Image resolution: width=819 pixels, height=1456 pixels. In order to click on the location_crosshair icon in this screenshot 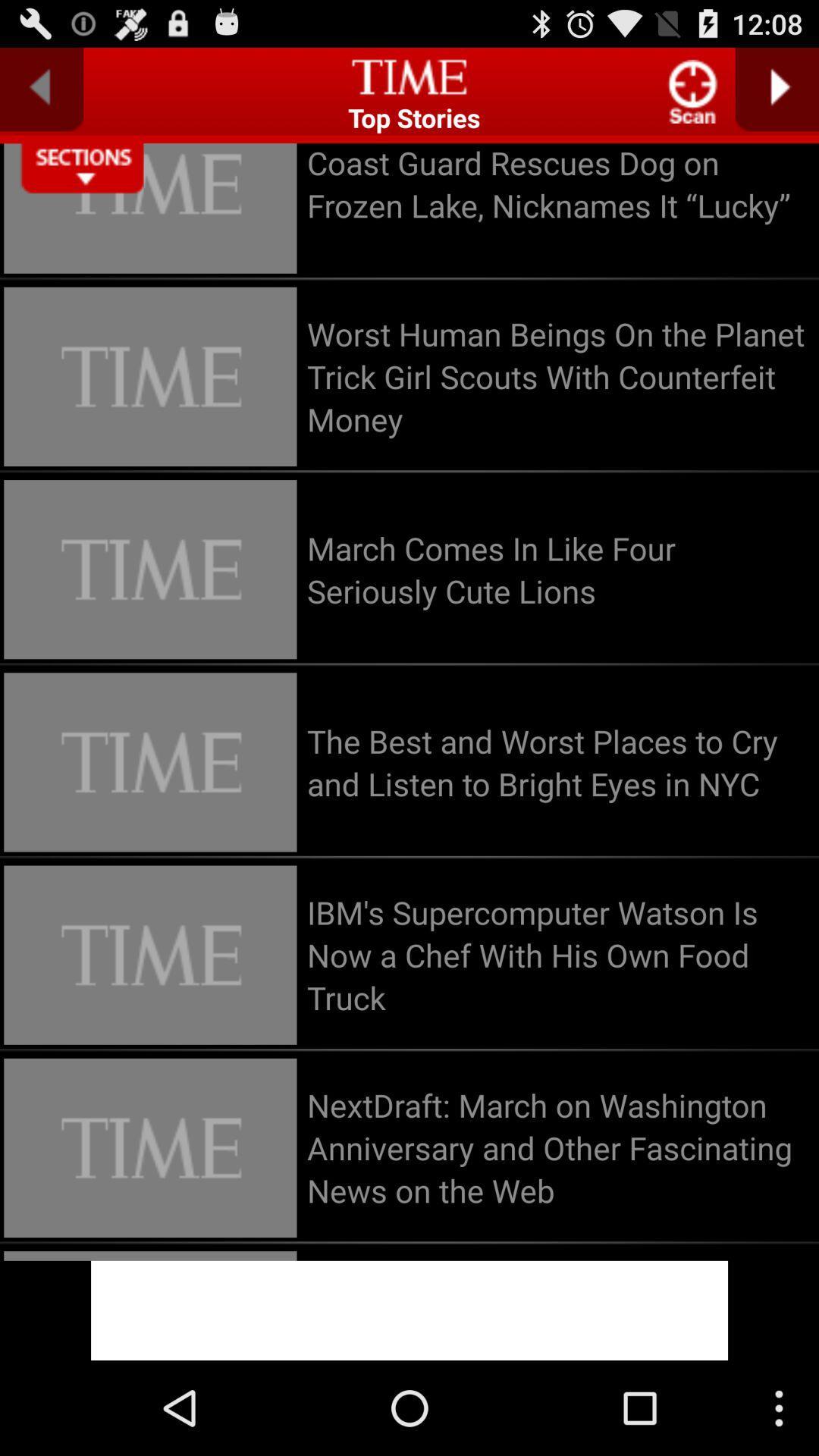, I will do `click(693, 97)`.